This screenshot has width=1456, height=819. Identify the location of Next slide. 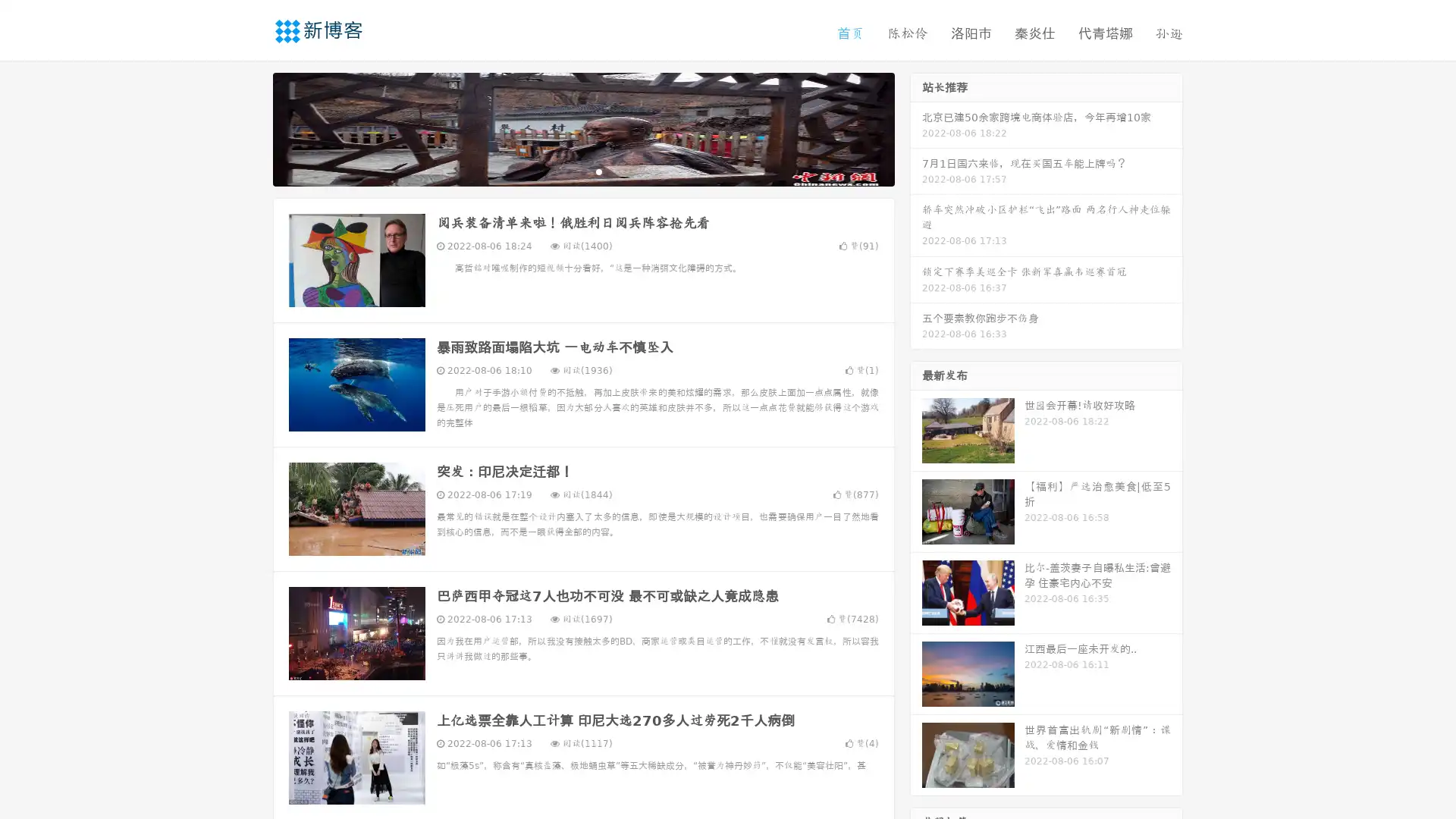
(916, 127).